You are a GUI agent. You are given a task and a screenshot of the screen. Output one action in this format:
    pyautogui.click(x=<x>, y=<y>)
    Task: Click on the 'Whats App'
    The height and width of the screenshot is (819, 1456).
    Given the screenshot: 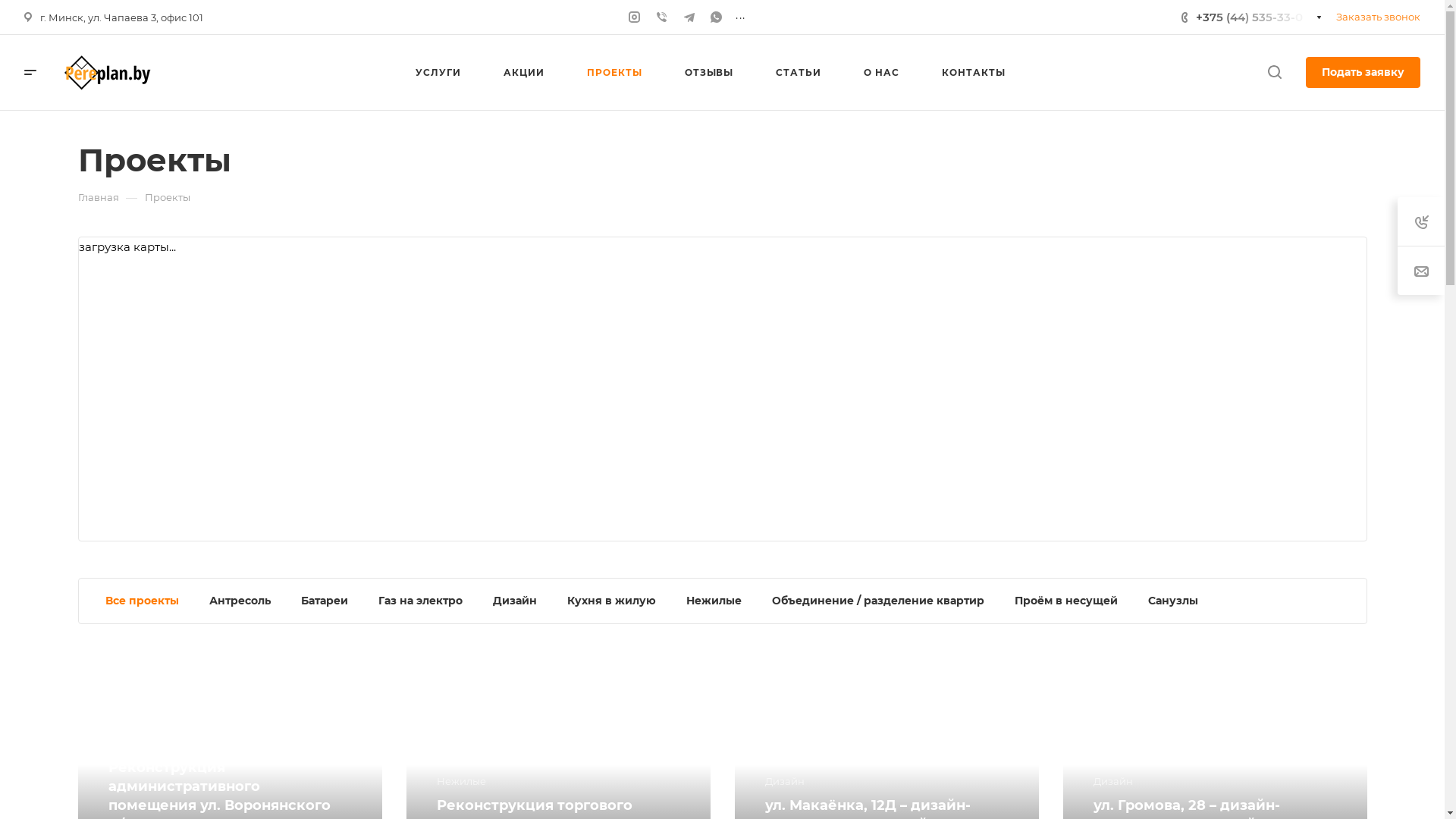 What is the action you would take?
    pyautogui.click(x=716, y=17)
    